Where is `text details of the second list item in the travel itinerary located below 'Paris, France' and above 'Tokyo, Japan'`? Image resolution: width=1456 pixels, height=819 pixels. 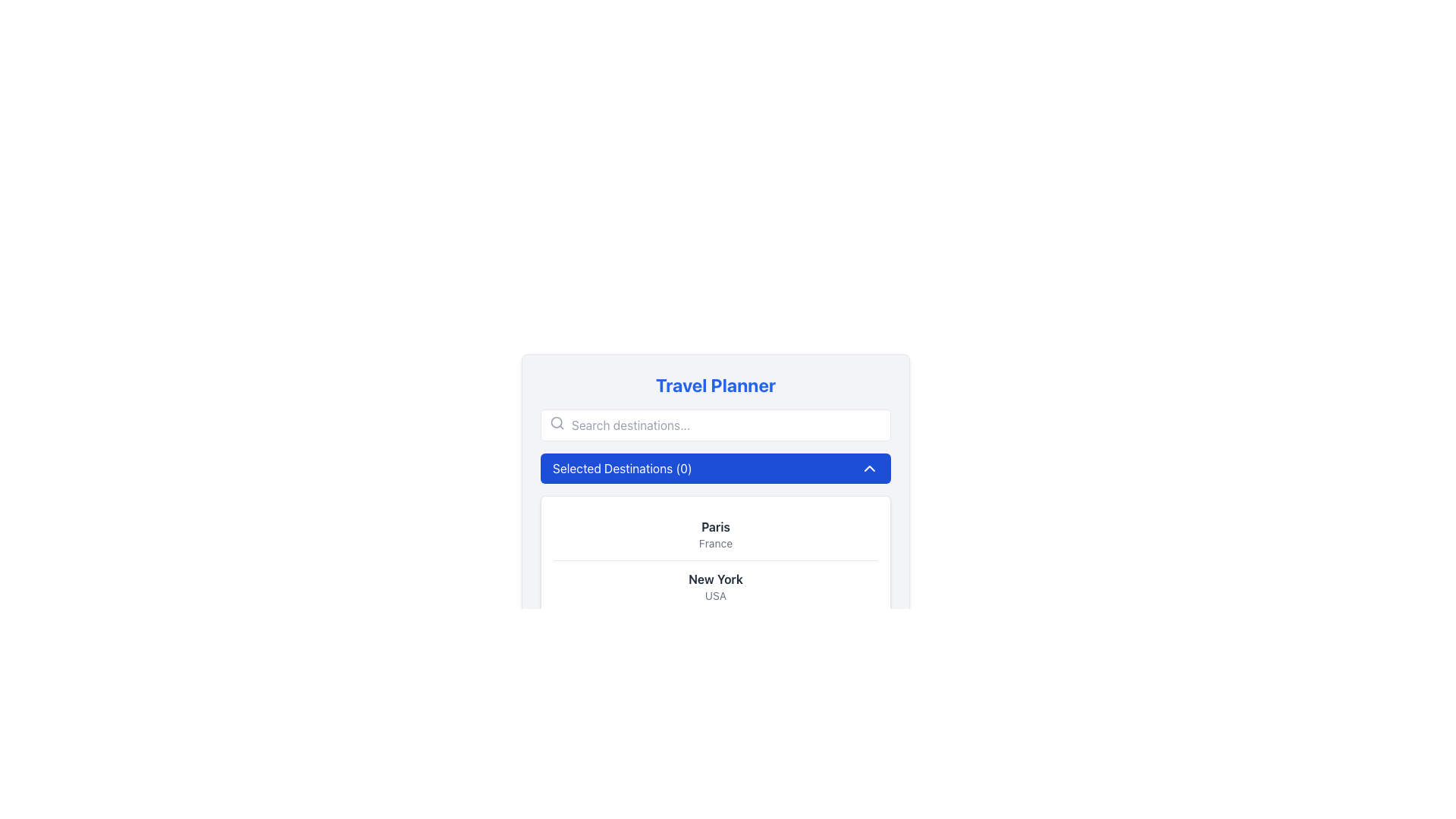
text details of the second list item in the travel itinerary located below 'Paris, France' and above 'Tokyo, Japan' is located at coordinates (715, 585).